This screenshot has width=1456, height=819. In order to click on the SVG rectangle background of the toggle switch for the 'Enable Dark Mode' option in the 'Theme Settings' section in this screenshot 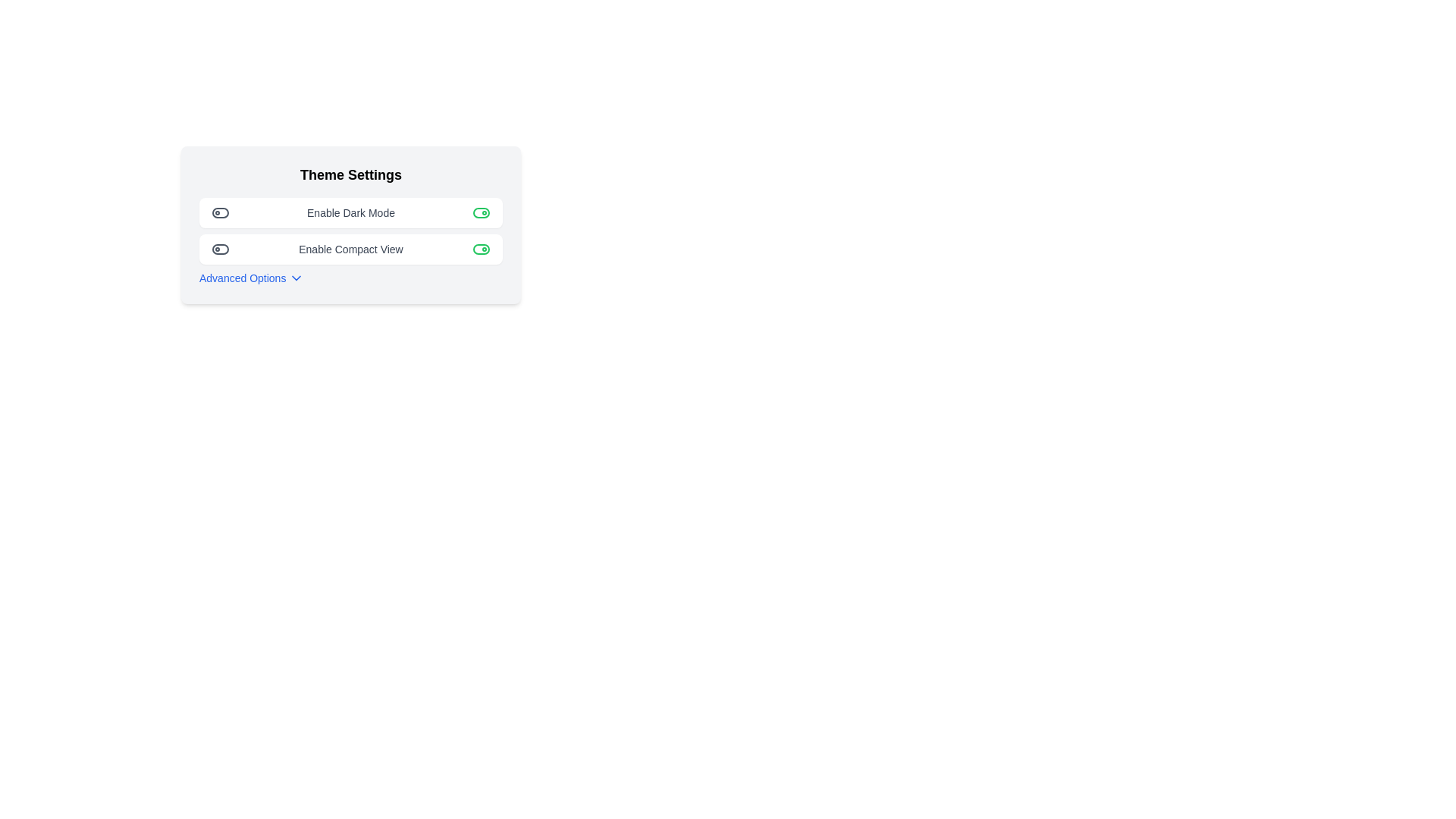, I will do `click(480, 213)`.